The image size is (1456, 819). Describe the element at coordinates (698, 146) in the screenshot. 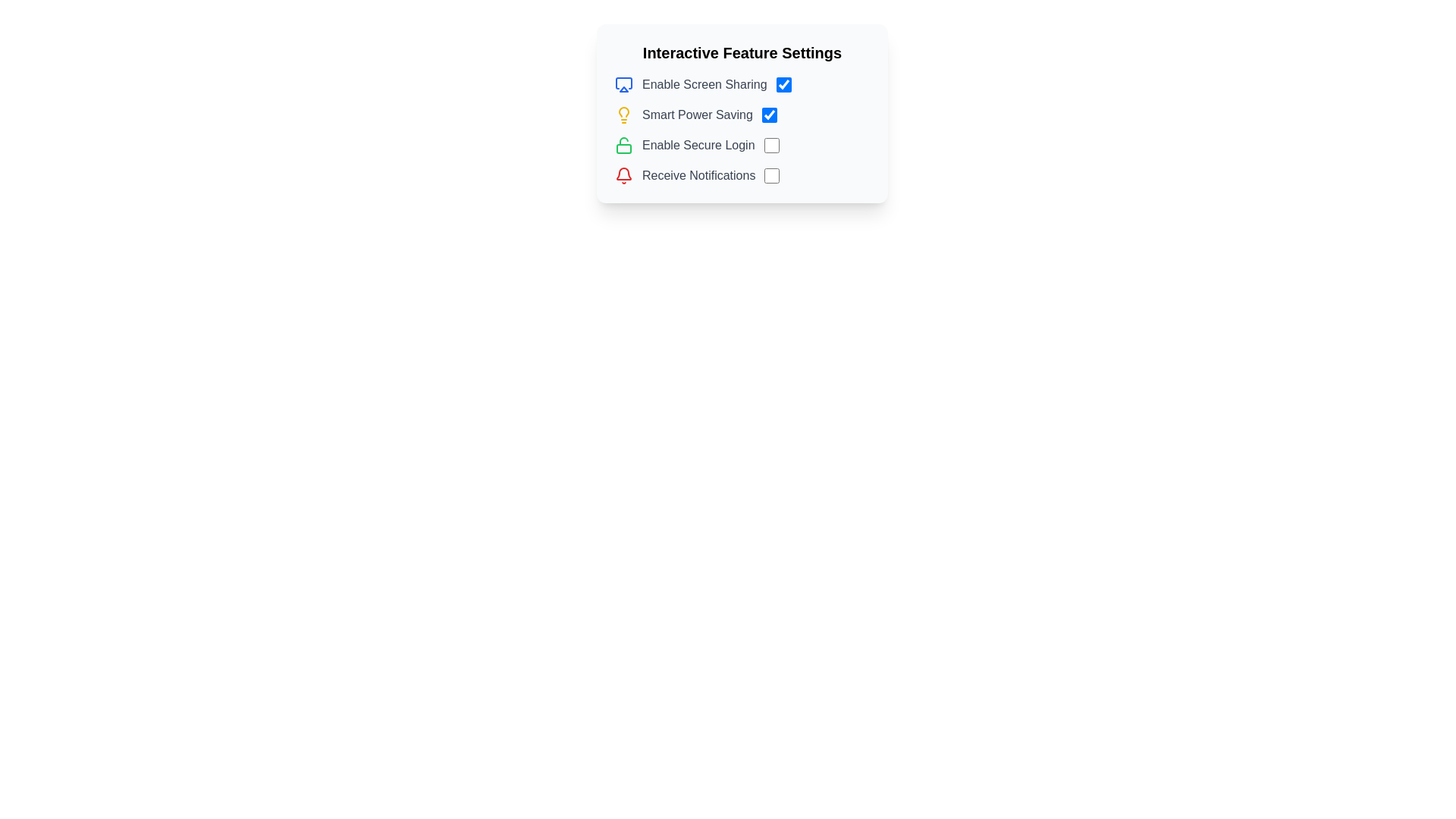

I see `the text label 'Enable Secure Login' in the third row of the settings panel, positioned between a lock icon and a checkbox` at that location.